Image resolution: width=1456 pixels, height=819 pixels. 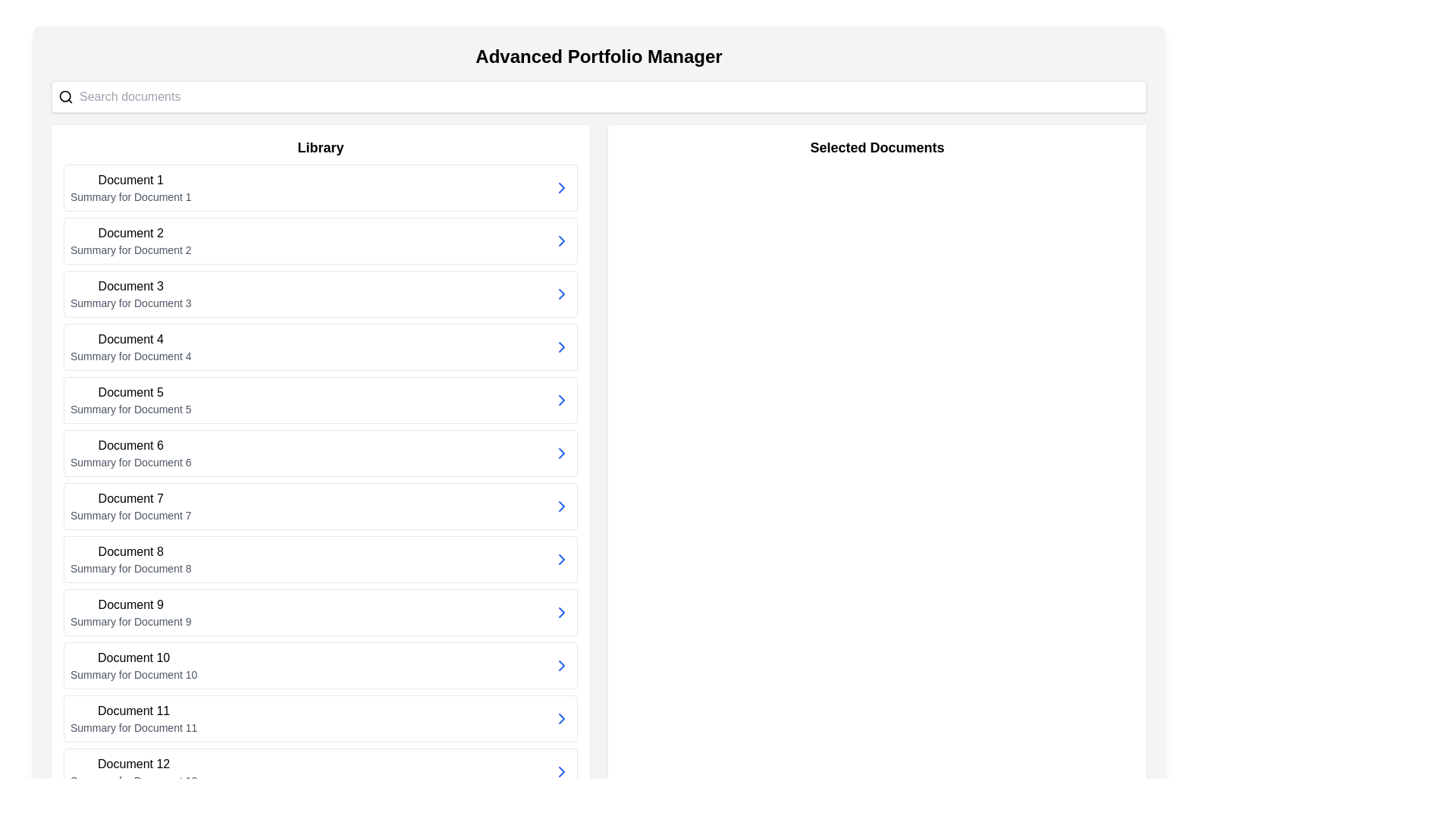 What do you see at coordinates (130, 452) in the screenshot?
I see `the text label for 'Document 6'` at bounding box center [130, 452].